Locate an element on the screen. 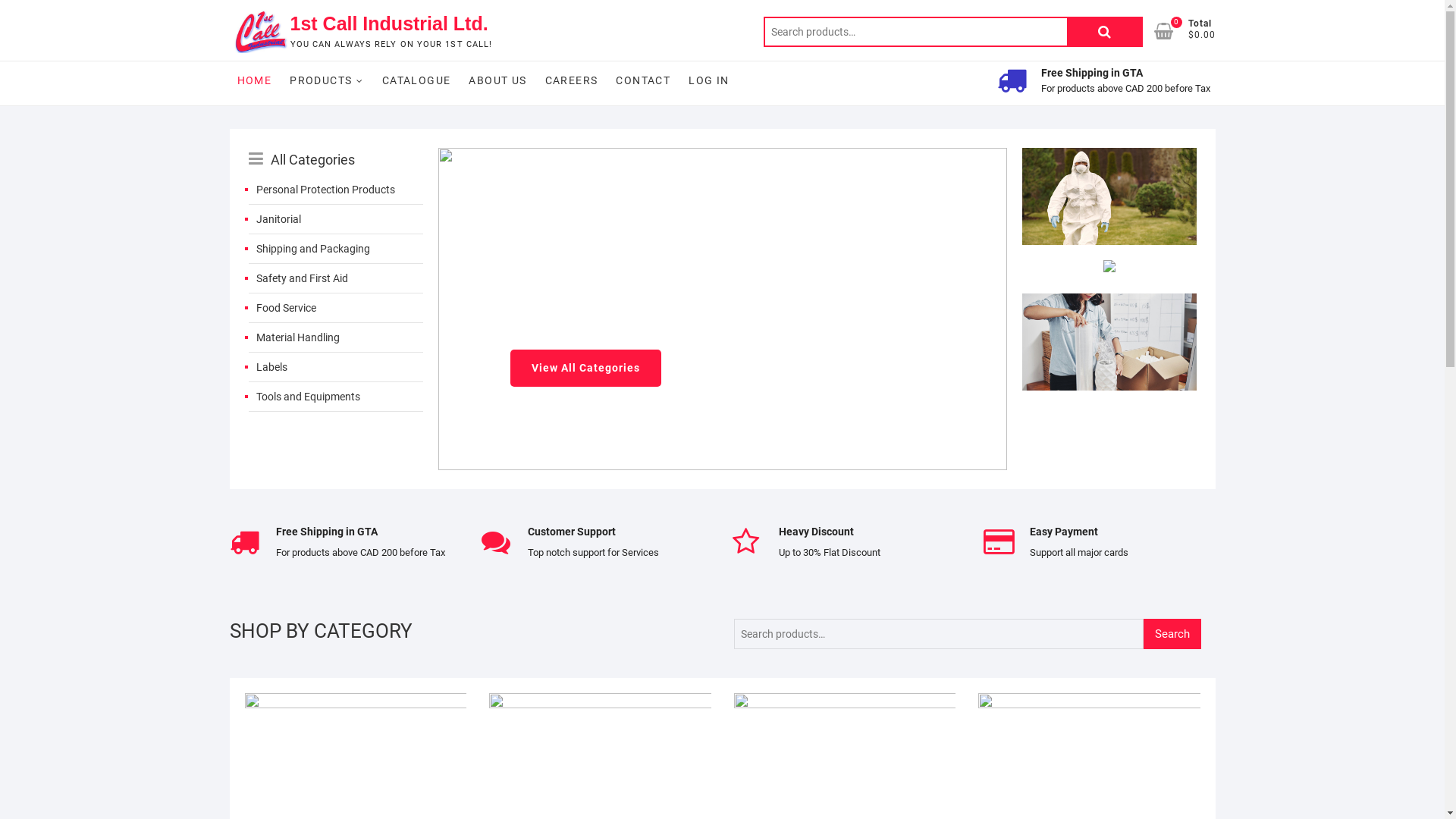 This screenshot has width=1456, height=819. 'ABOUT US' is located at coordinates (497, 80).